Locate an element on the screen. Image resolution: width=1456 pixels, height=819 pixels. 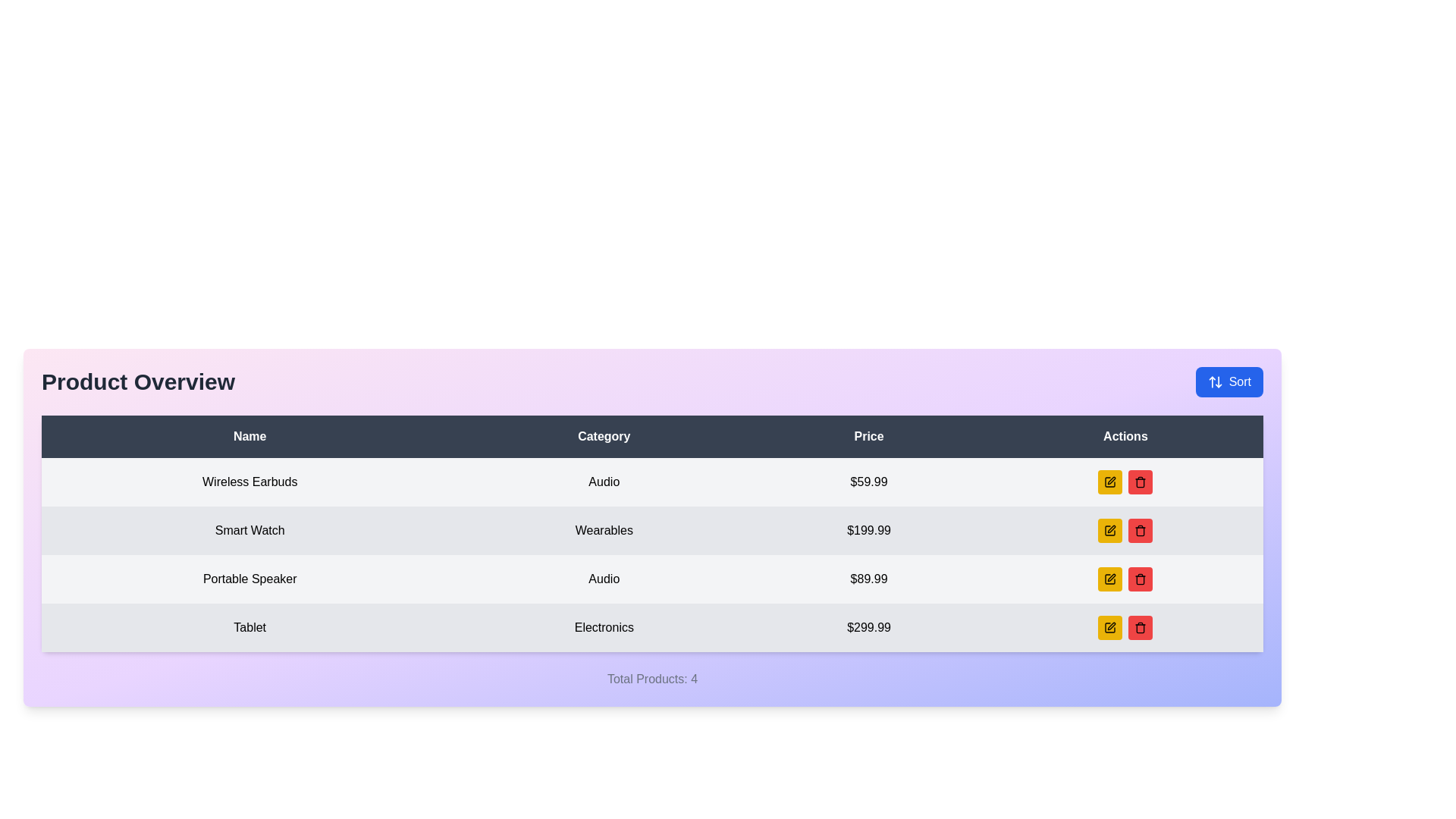
the edit button with a yellow background and pen icon located in the 'Actions' column for the 'Wireless Earbuds' entry is located at coordinates (1110, 482).